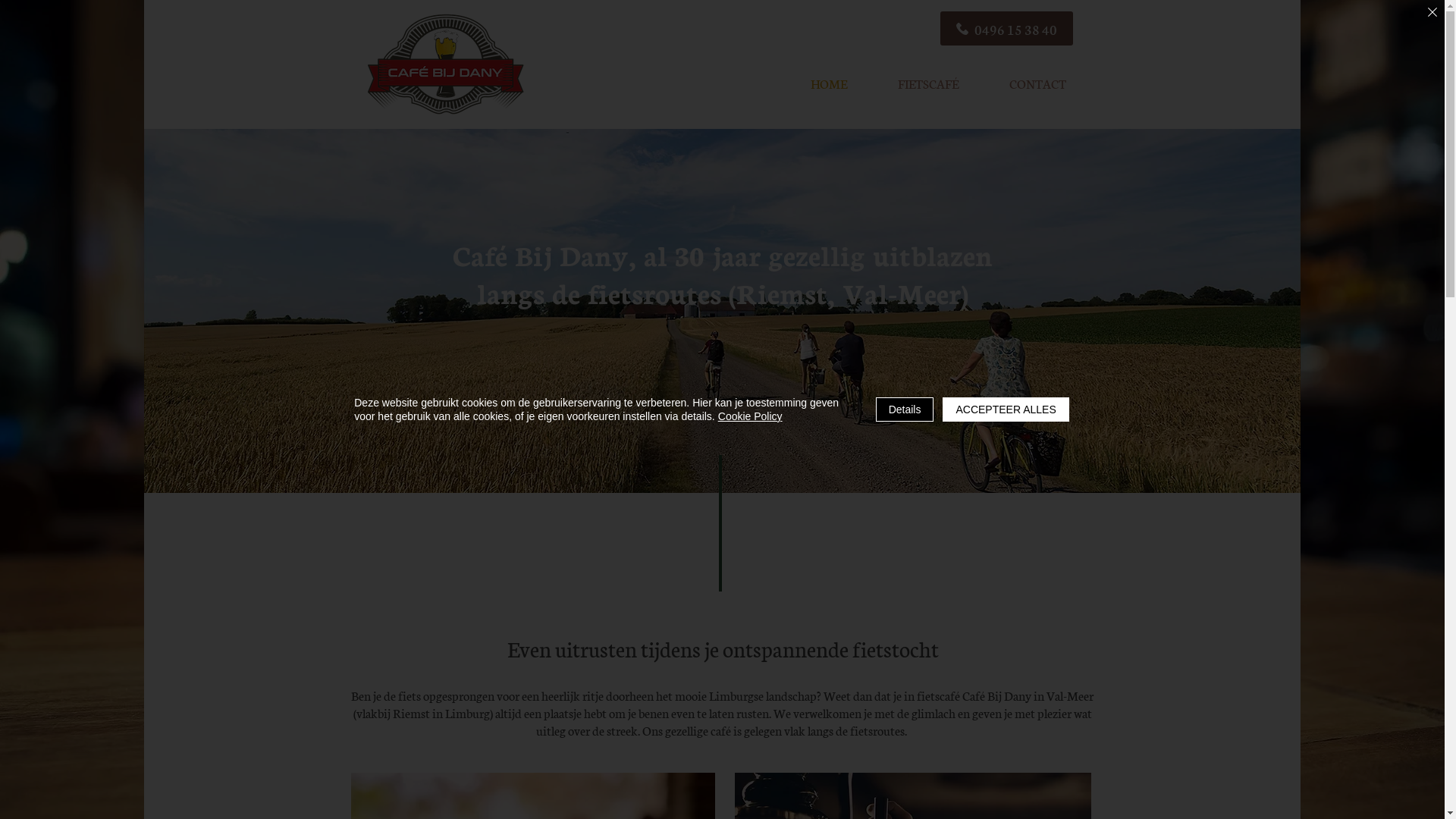  I want to click on 'HOME', so click(827, 83).